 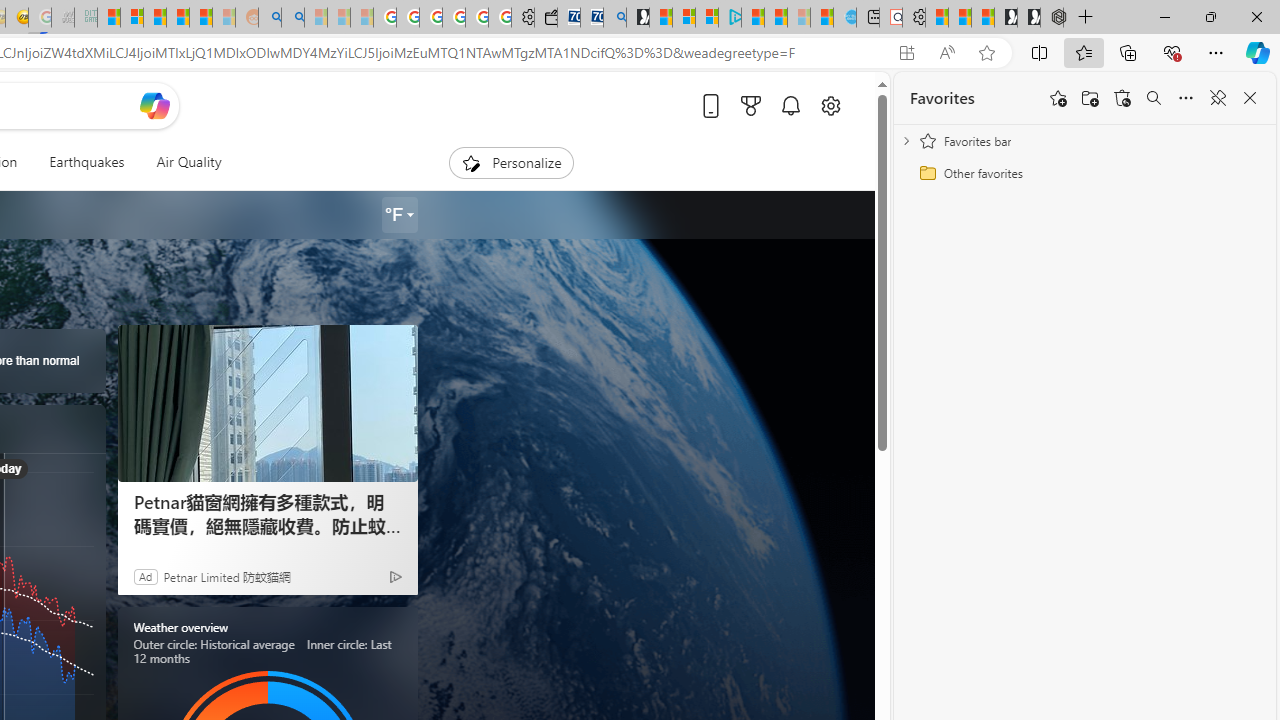 I want to click on 'Restore deleted favorites', so click(x=1122, y=98).